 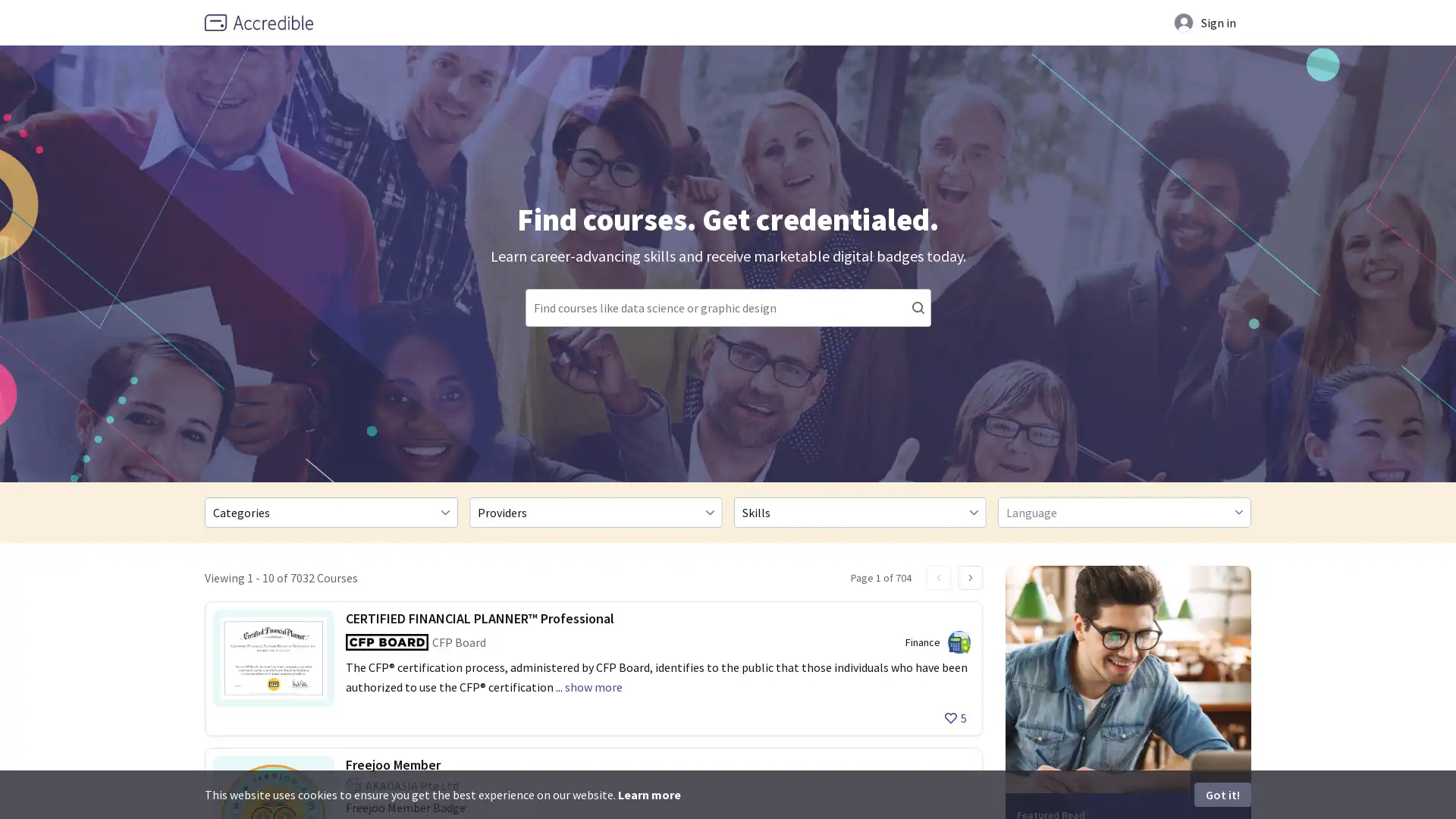 What do you see at coordinates (330, 512) in the screenshot?
I see `Categories` at bounding box center [330, 512].